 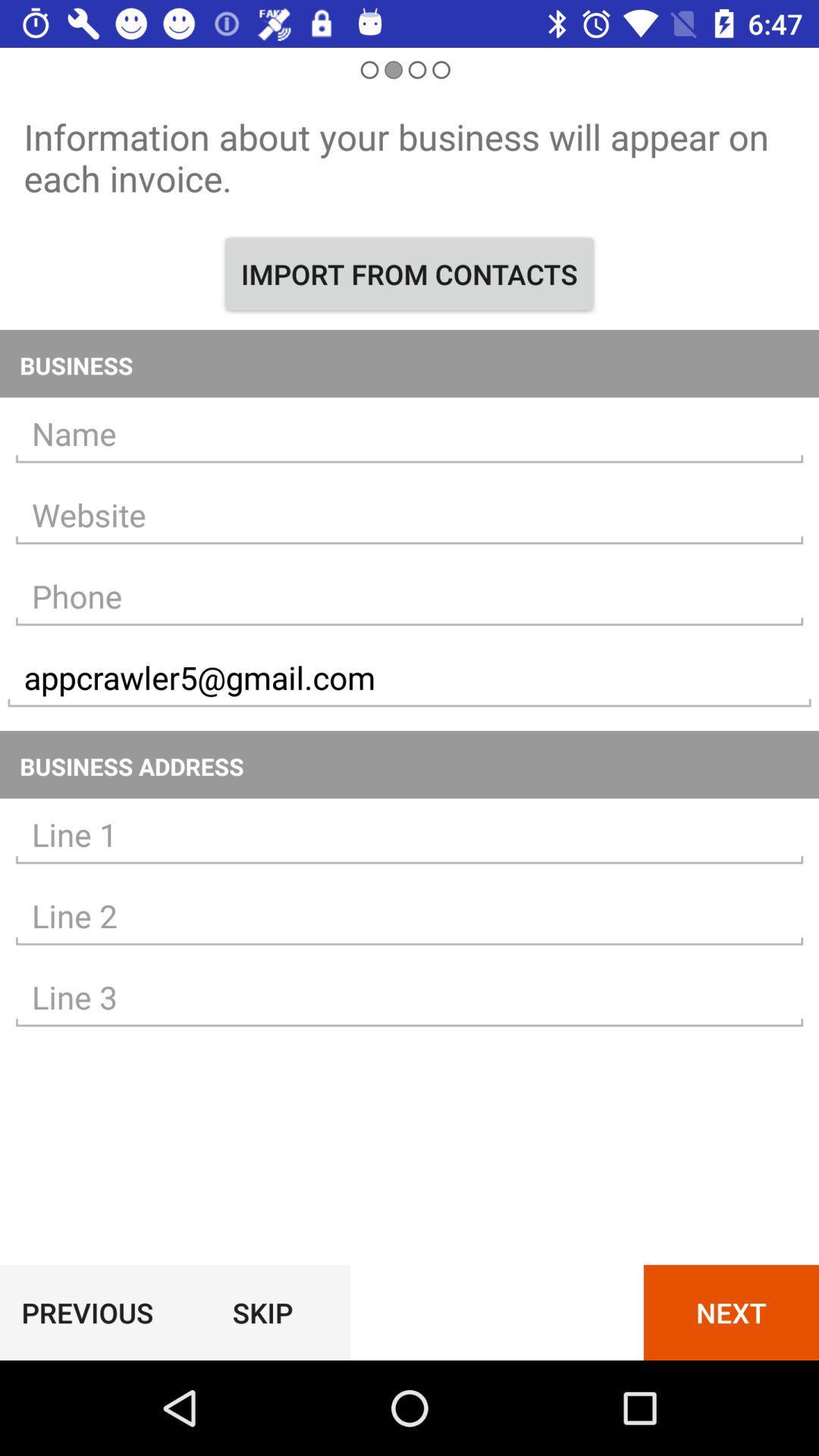 I want to click on typed number, so click(x=409, y=596).